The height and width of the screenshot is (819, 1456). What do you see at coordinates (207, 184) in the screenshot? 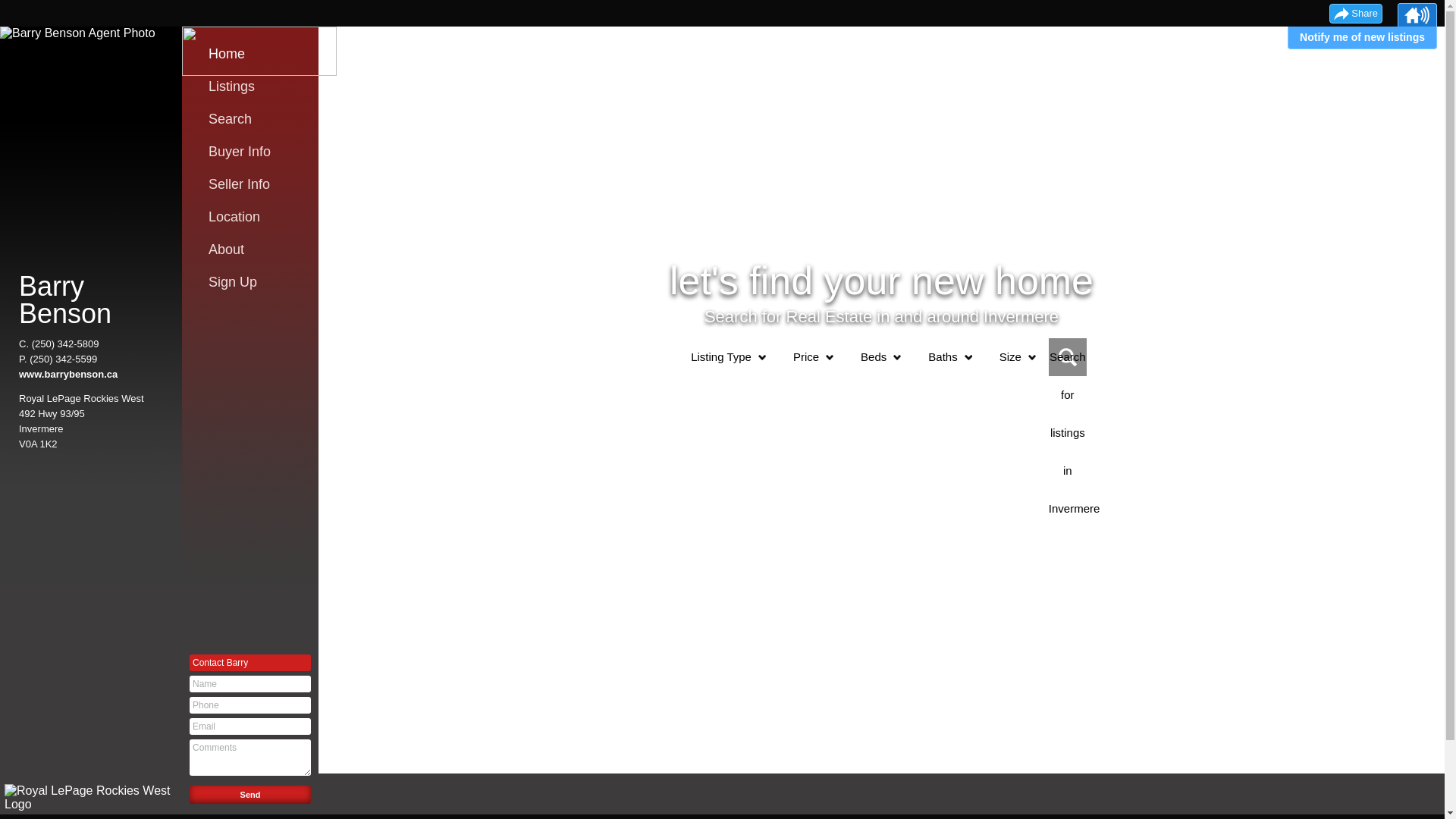
I see `'Seller Info'` at bounding box center [207, 184].